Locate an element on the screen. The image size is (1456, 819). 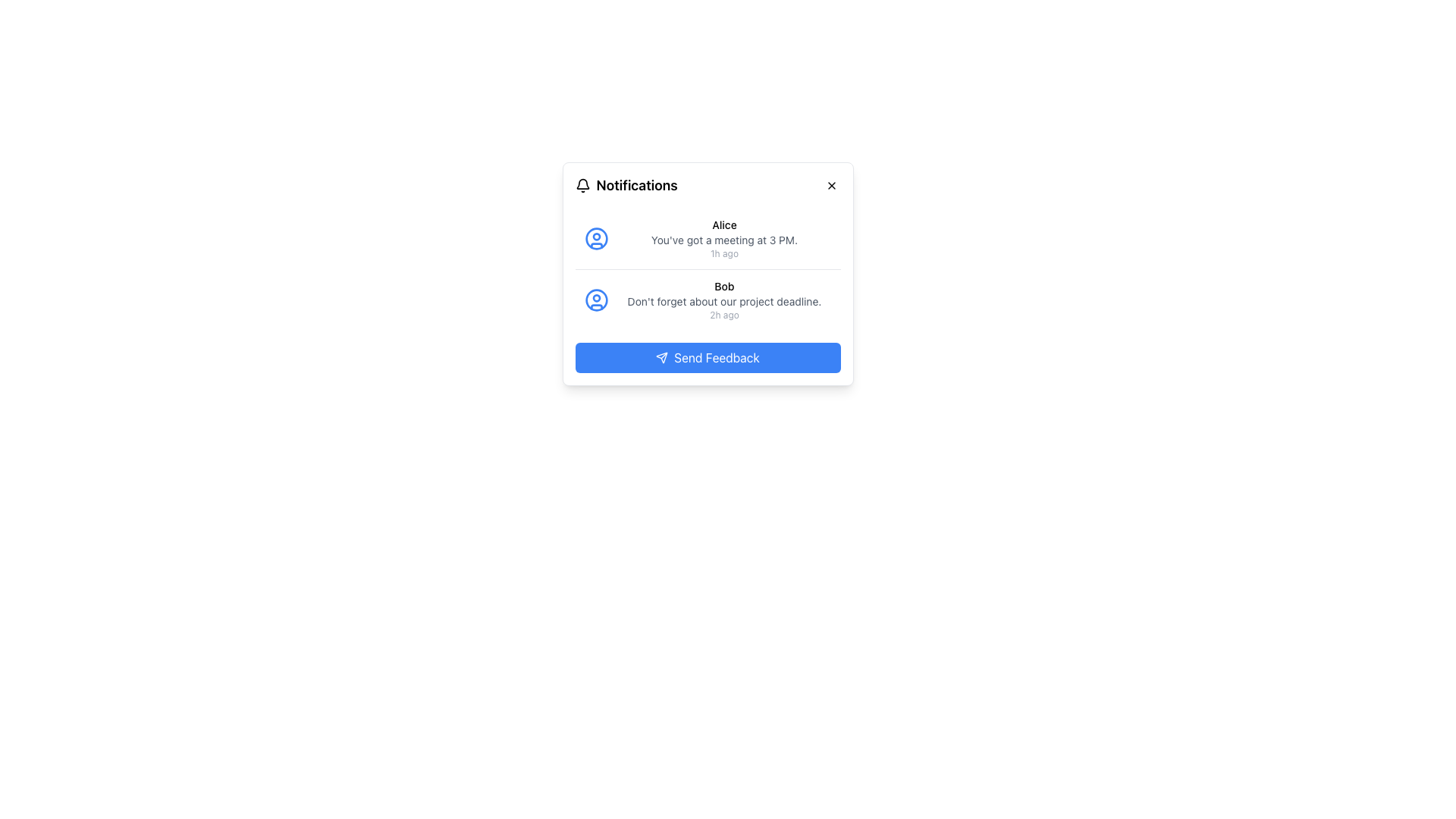
the 'Send Feedback' button is located at coordinates (662, 357).